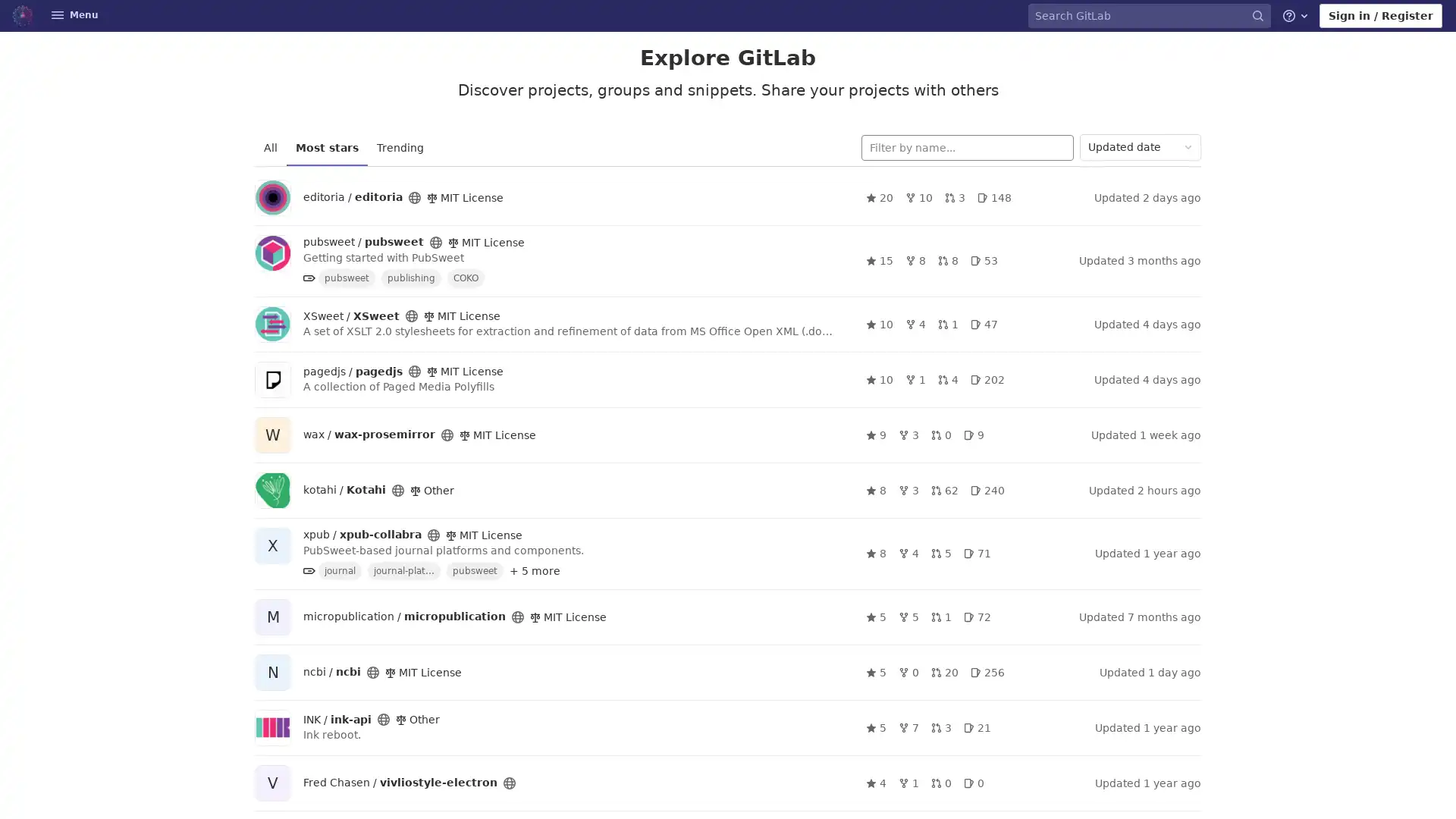  Describe the element at coordinates (535, 570) in the screenshot. I see `+ 5 more` at that location.